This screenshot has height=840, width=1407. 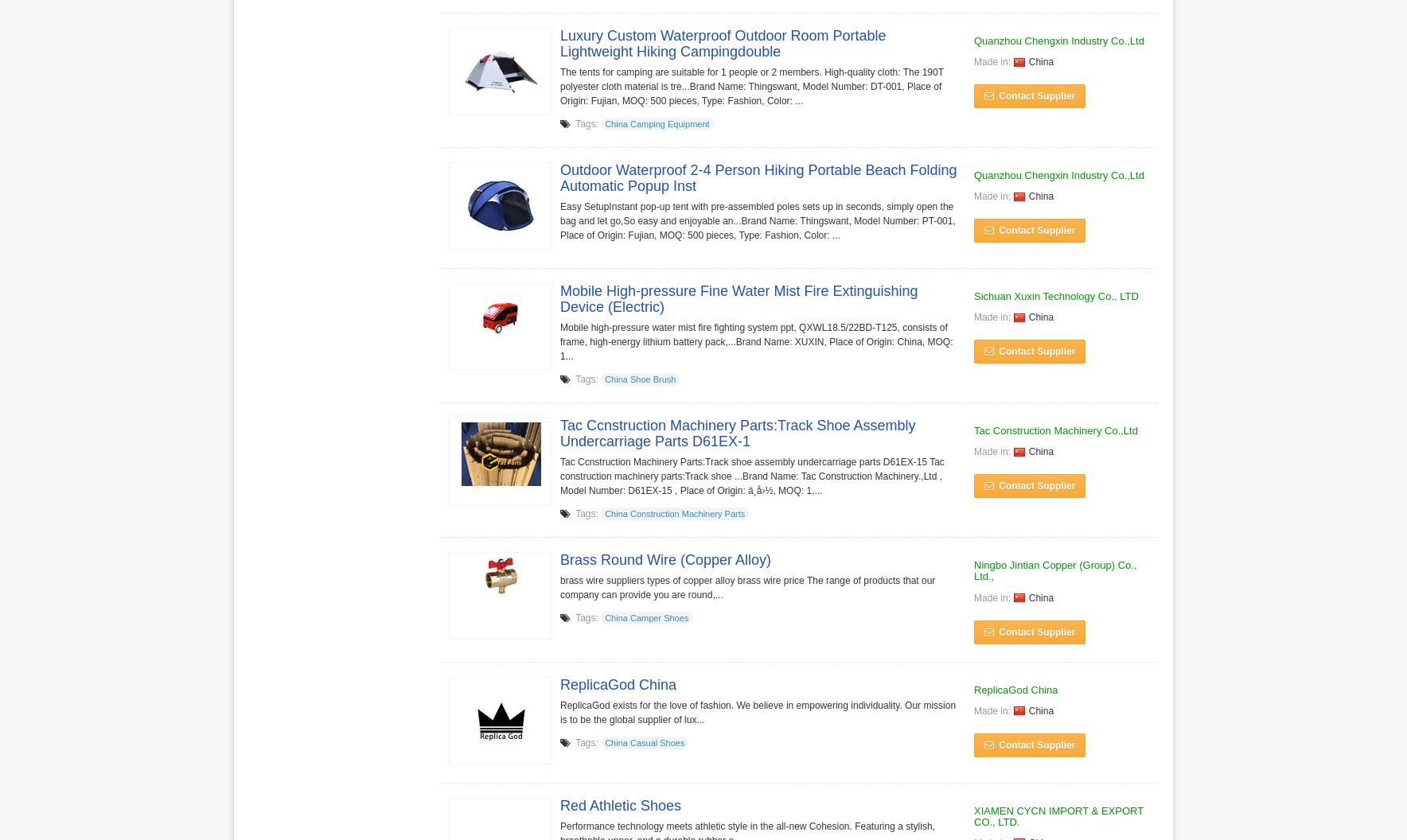 What do you see at coordinates (560, 177) in the screenshot?
I see `'Outdoor Waterproof 2-4 Person Hiking Portable Beach Folding Automatic Popup Inst'` at bounding box center [560, 177].